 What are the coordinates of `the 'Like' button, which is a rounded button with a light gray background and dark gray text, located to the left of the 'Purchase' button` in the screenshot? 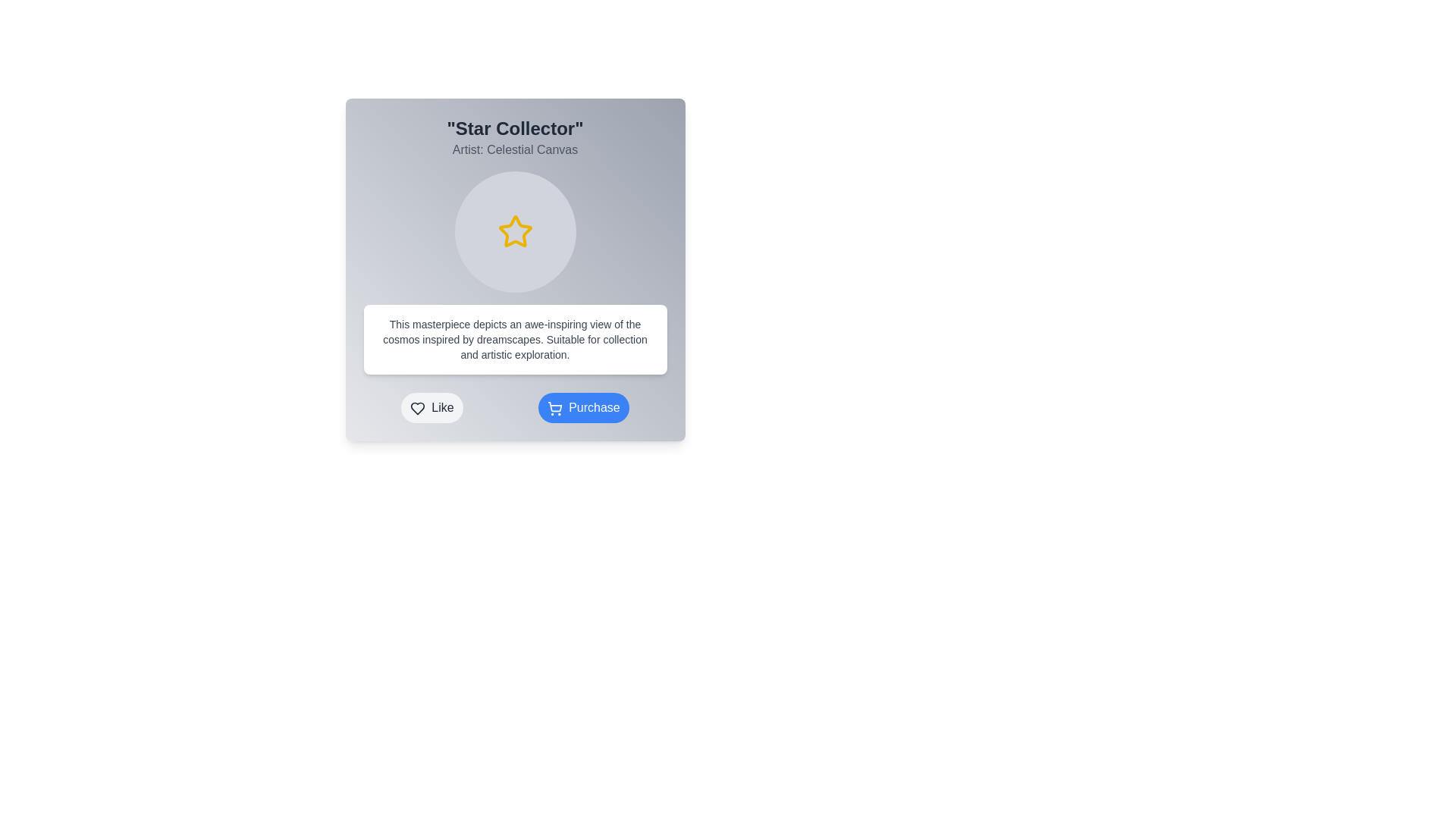 It's located at (431, 406).